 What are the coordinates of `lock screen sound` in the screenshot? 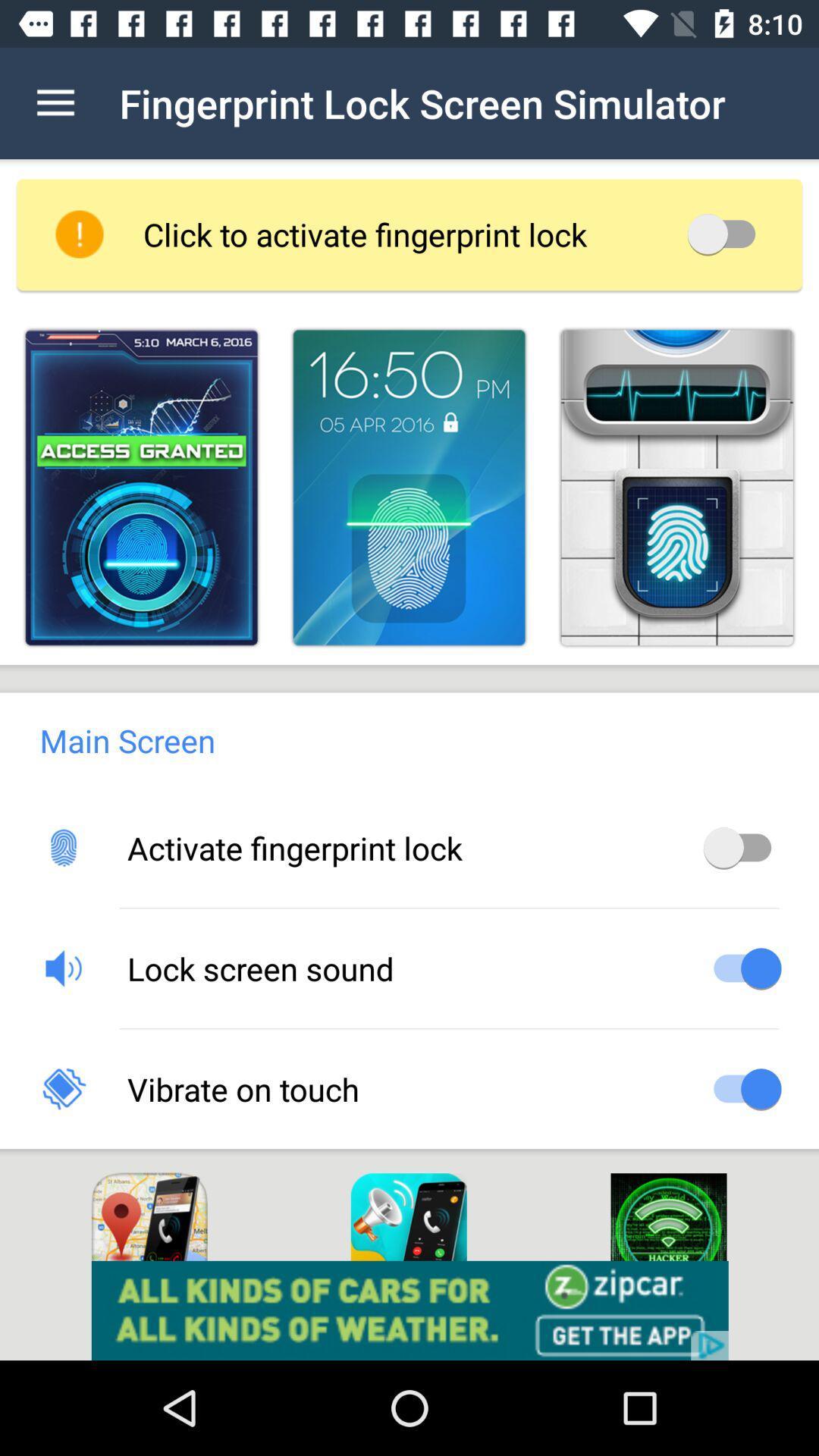 It's located at (742, 967).